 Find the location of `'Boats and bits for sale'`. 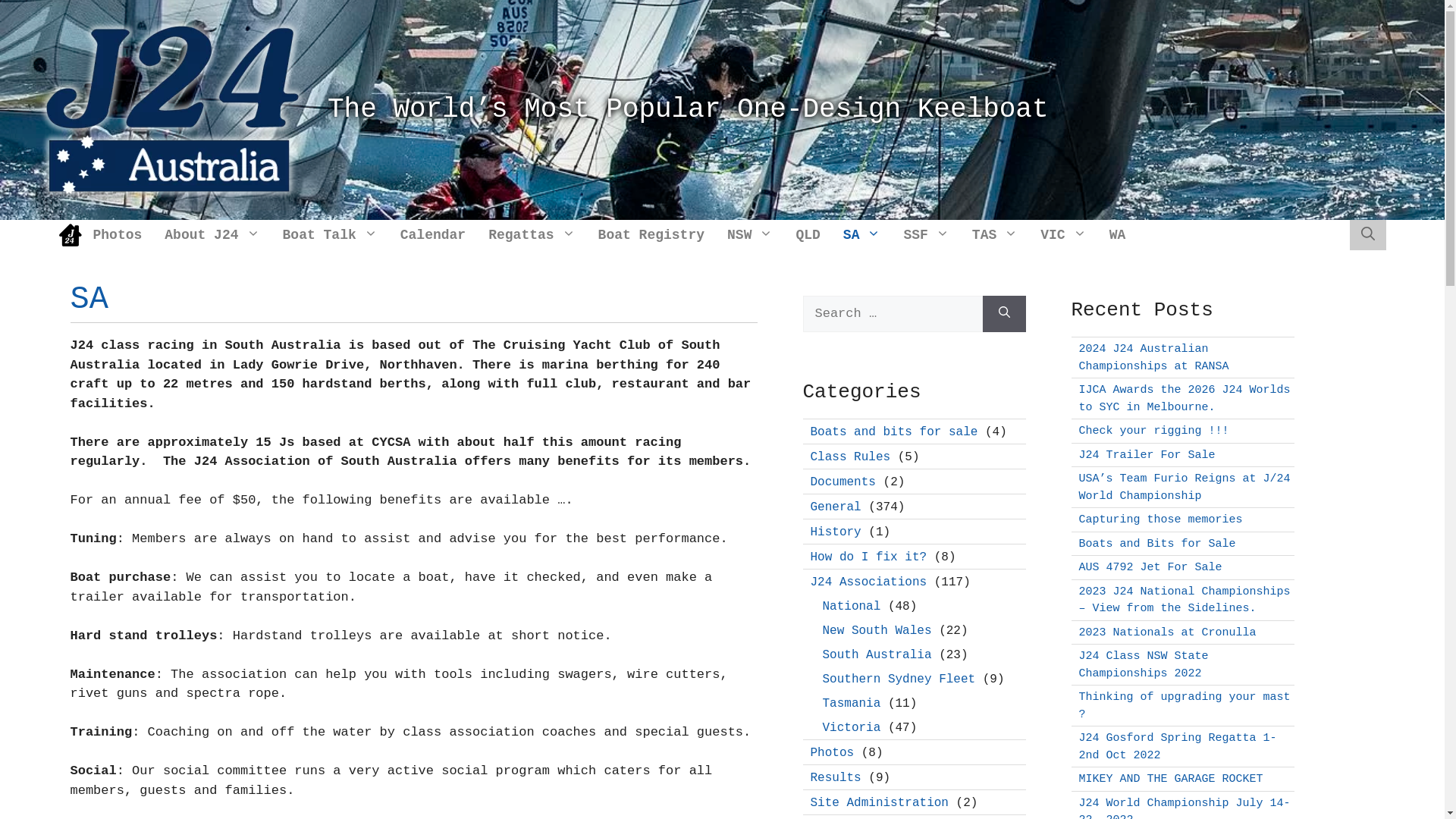

'Boats and bits for sale' is located at coordinates (809, 431).